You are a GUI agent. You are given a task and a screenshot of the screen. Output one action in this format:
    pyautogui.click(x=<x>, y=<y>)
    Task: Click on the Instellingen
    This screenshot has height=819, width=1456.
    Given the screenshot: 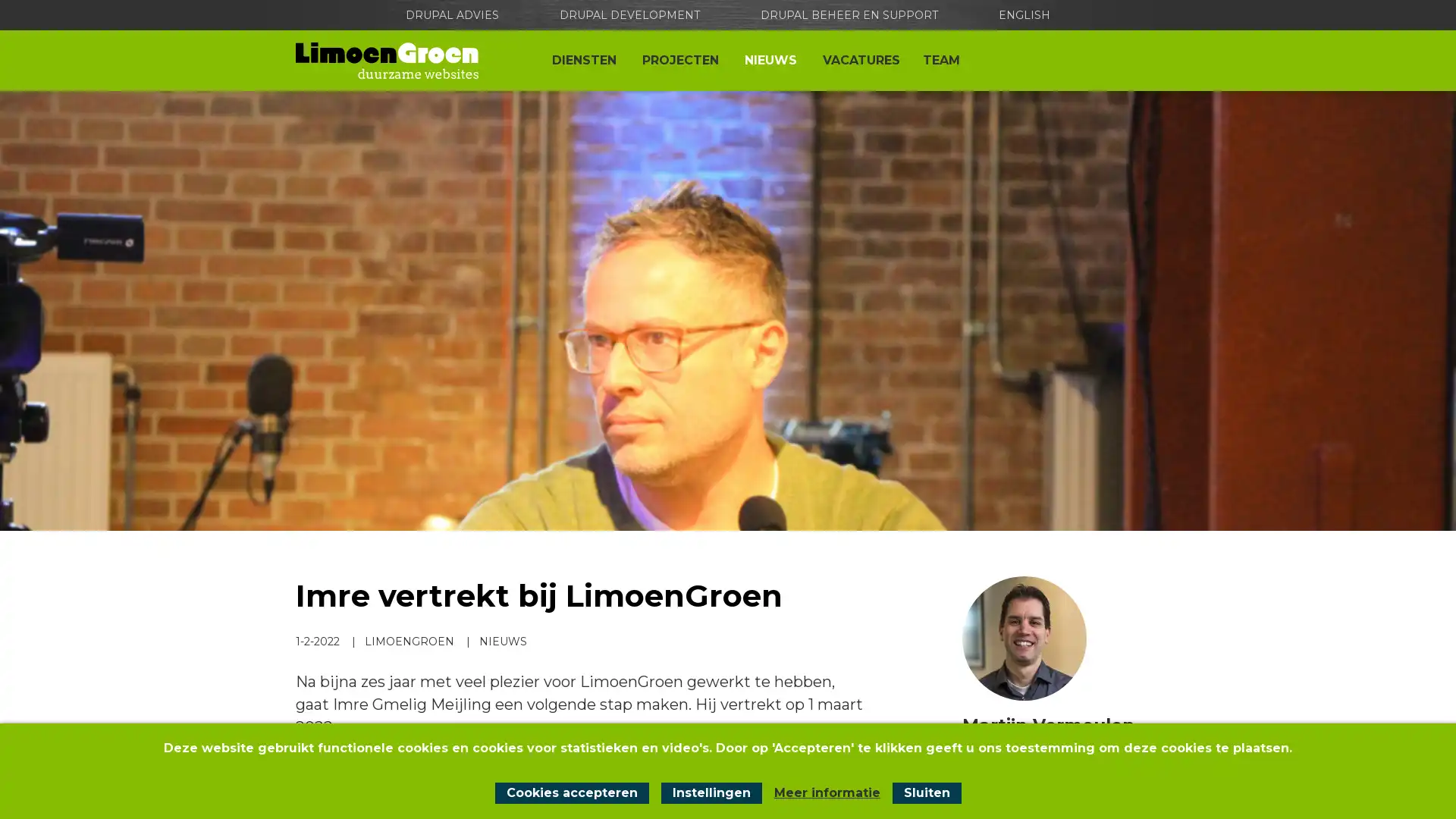 What is the action you would take?
    pyautogui.click(x=710, y=792)
    